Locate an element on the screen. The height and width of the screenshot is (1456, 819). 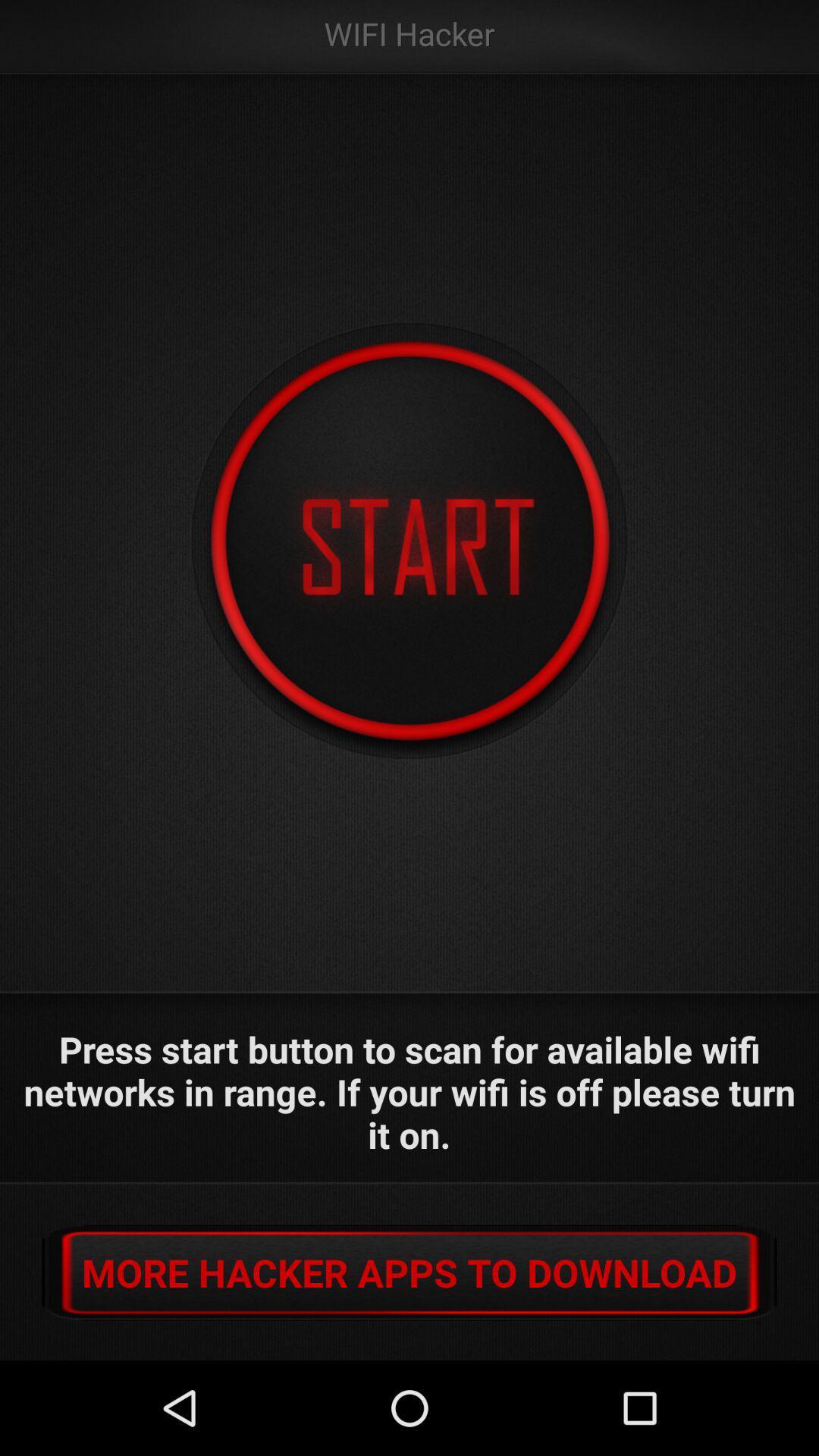
icon below press start button app is located at coordinates (409, 1272).